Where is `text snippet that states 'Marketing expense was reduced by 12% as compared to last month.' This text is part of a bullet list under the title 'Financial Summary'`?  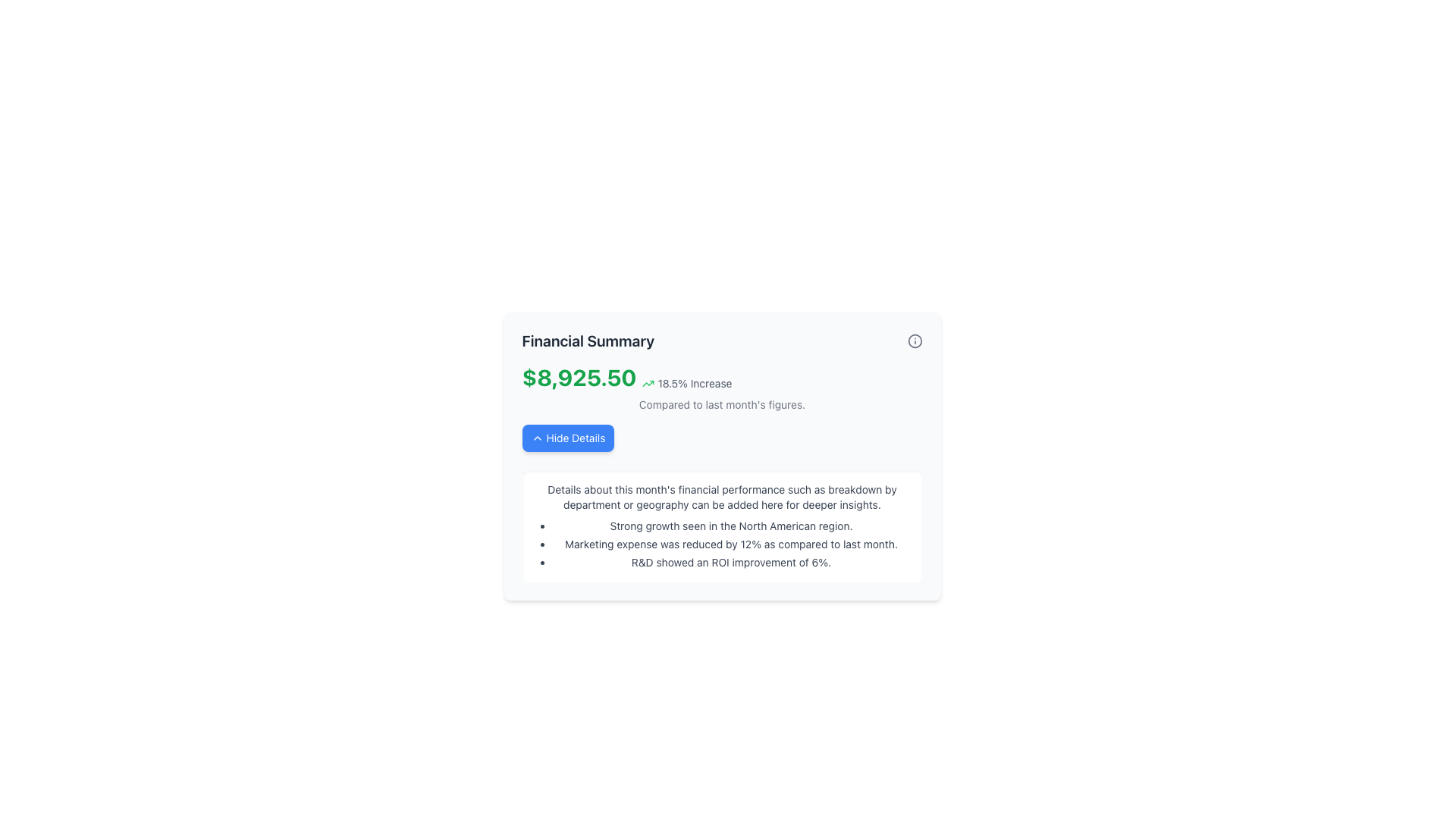
text snippet that states 'Marketing expense was reduced by 12% as compared to last month.' This text is part of a bullet list under the title 'Financial Summary' is located at coordinates (731, 543).